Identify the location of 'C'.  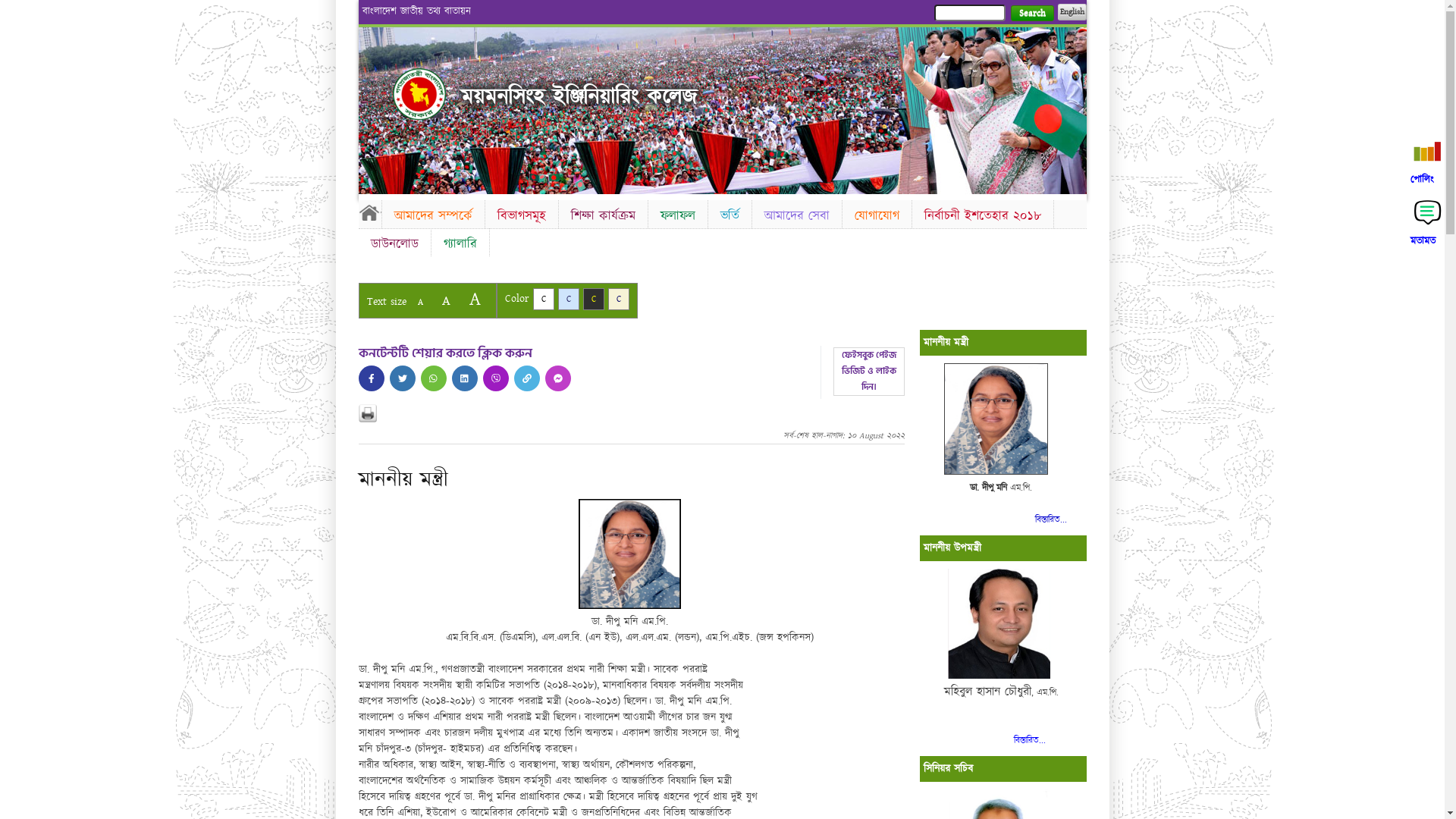
(619, 299).